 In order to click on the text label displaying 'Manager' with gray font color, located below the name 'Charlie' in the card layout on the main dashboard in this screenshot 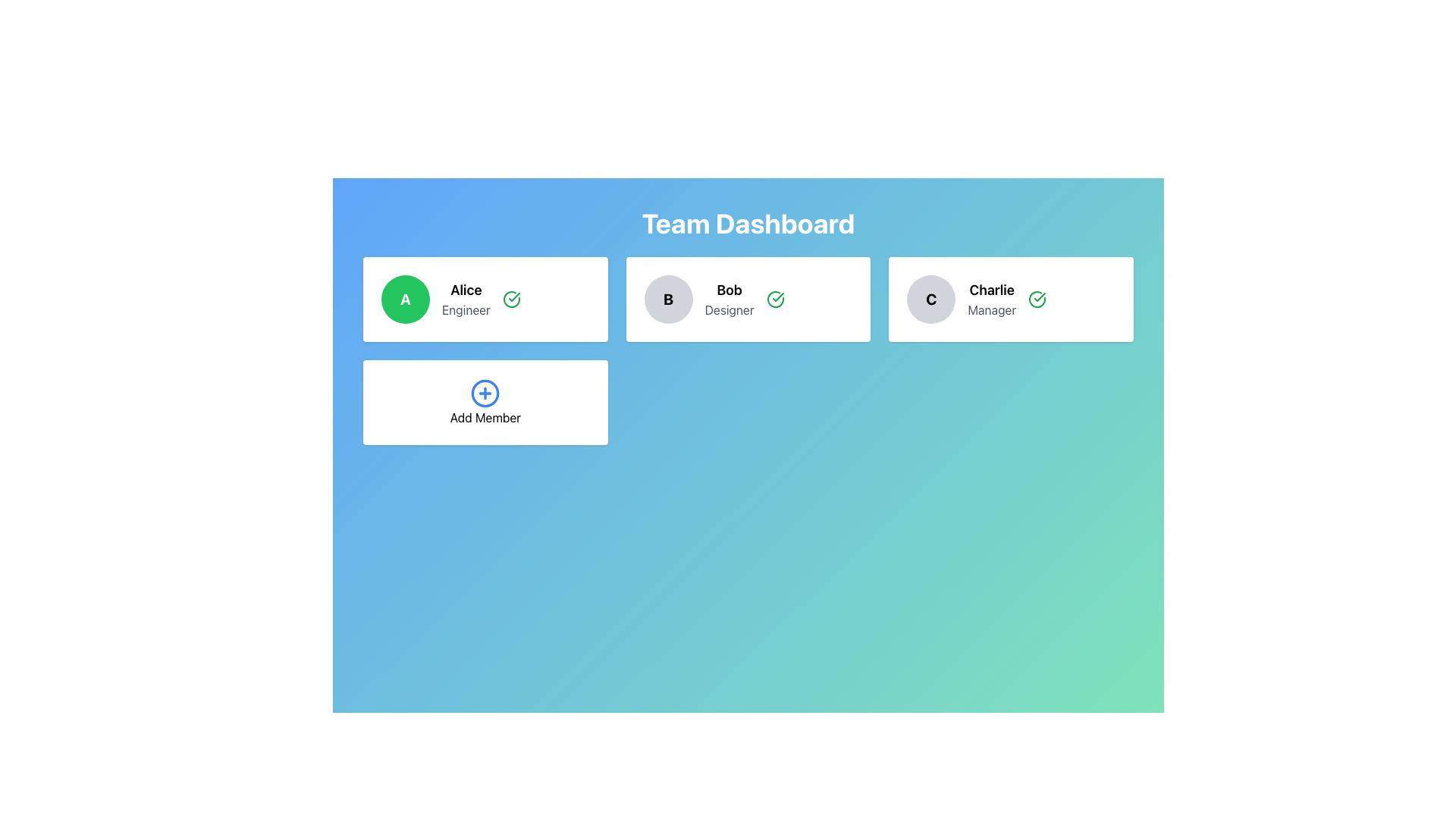, I will do `click(992, 309)`.